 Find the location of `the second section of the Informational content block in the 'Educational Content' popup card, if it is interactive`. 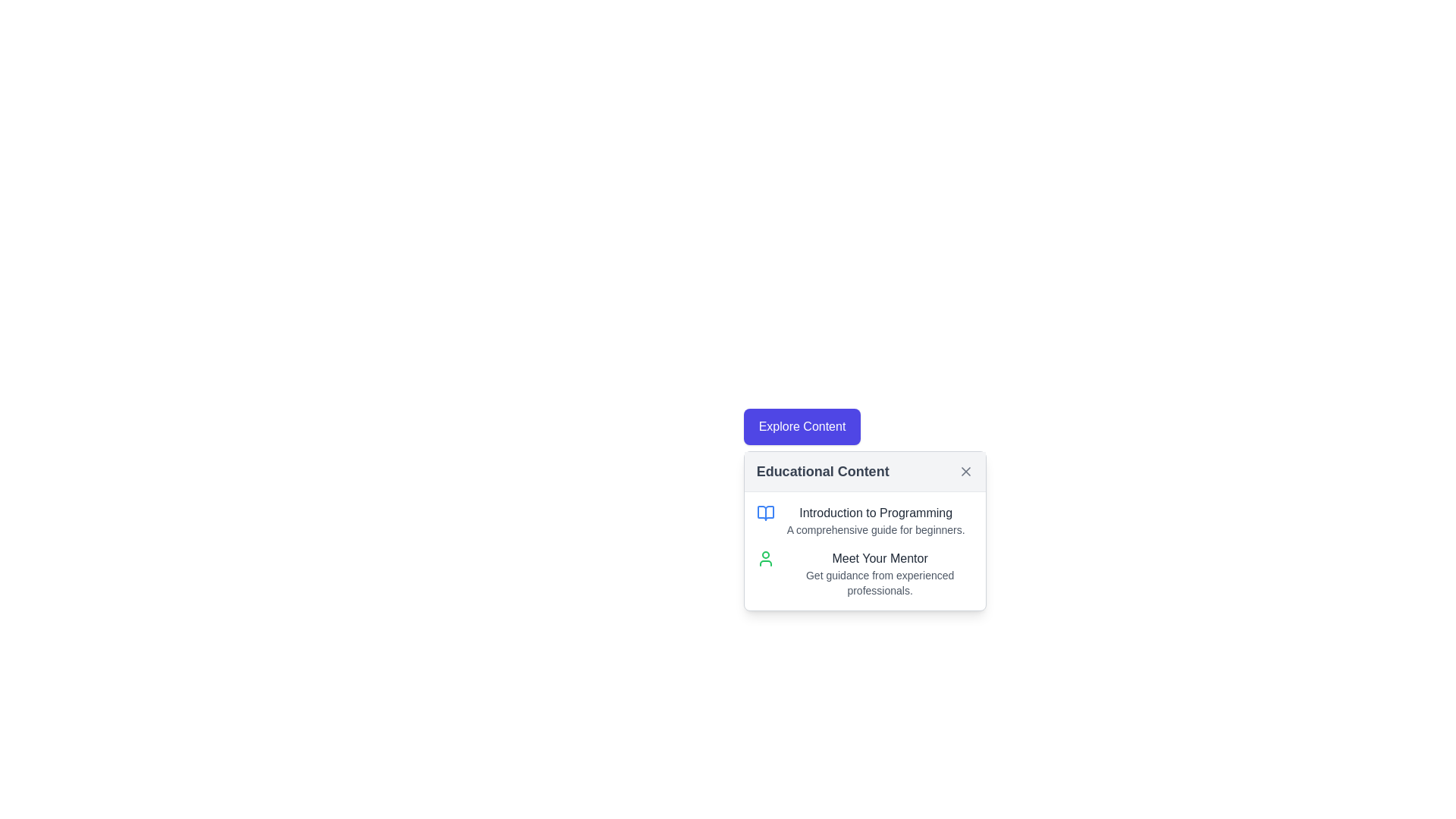

the second section of the Informational content block in the 'Educational Content' popup card, if it is interactive is located at coordinates (864, 551).